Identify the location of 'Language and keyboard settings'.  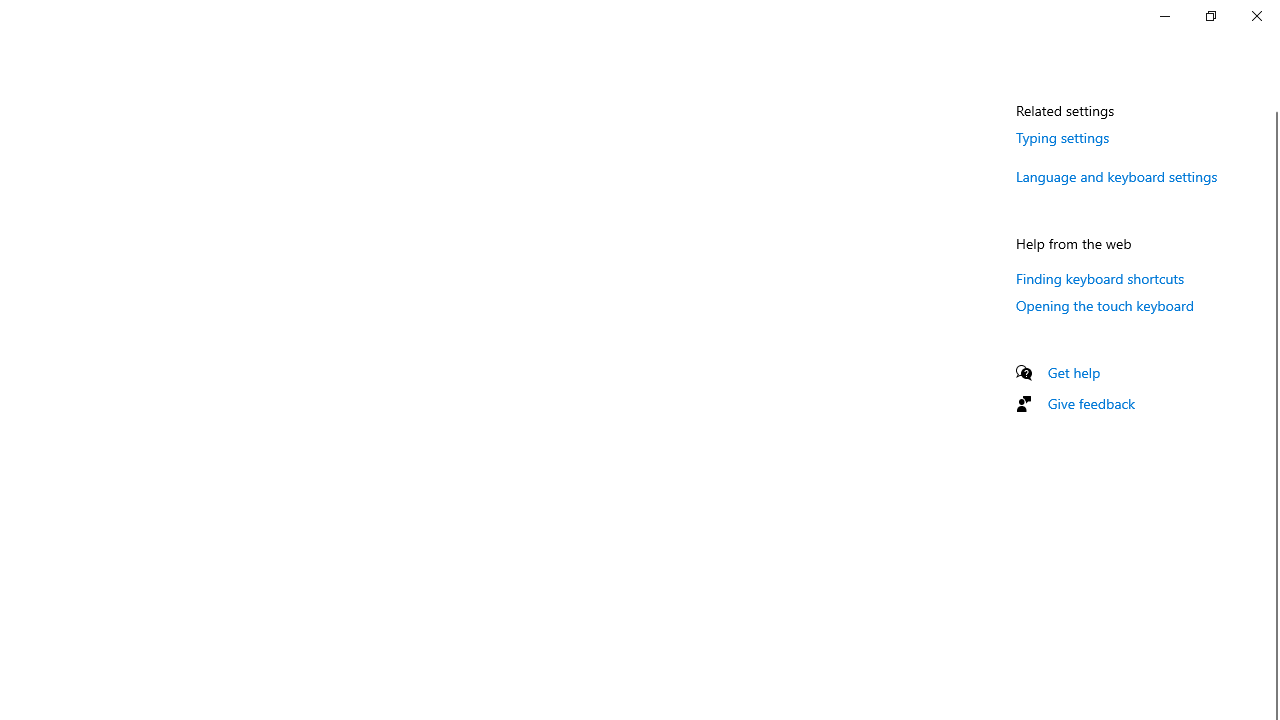
(1116, 175).